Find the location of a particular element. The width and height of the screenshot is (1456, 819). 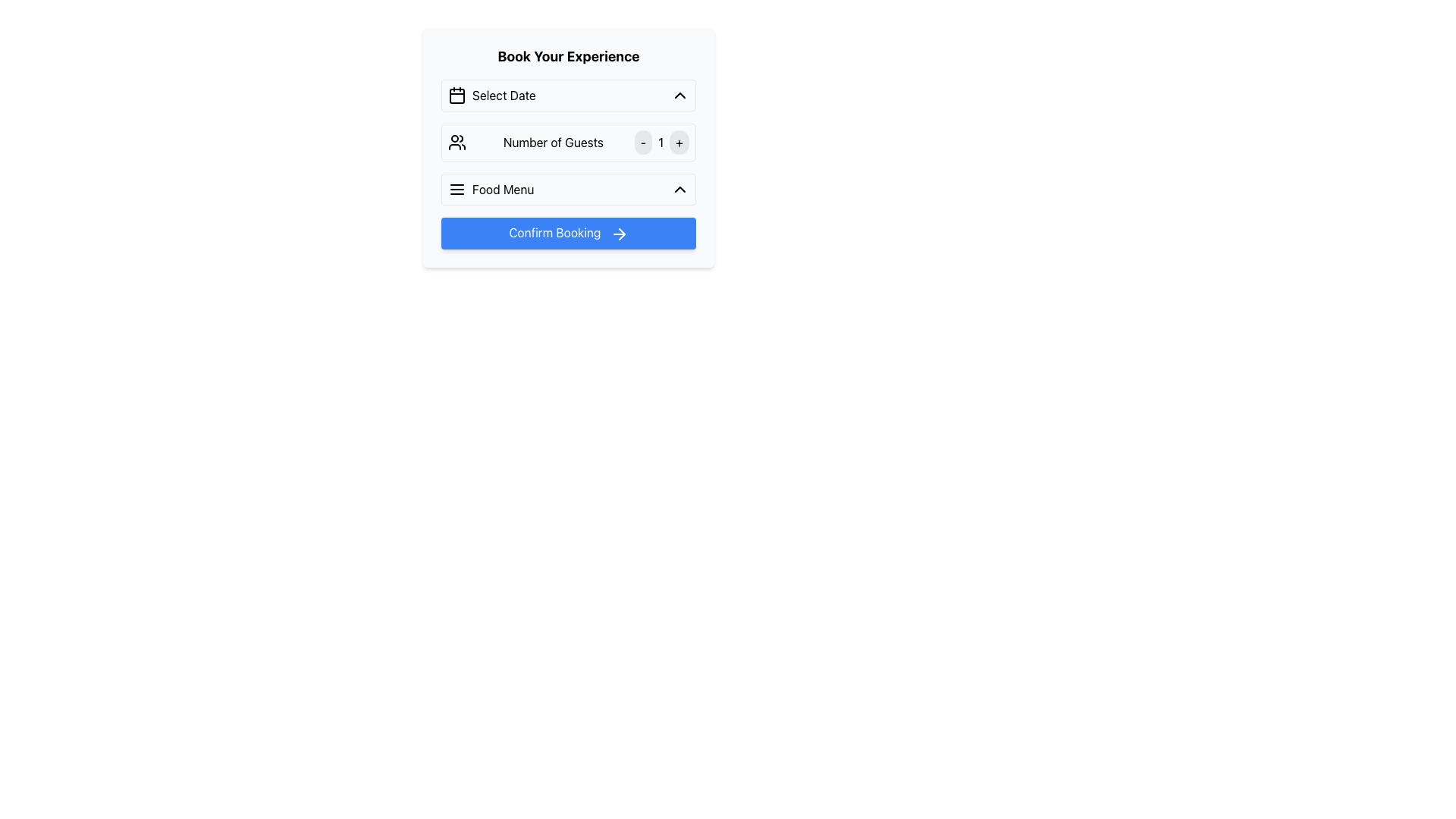

the rounded rectangular decorative graphic element within the calendar icon that represents the date picker feature in the booking form interface is located at coordinates (457, 96).